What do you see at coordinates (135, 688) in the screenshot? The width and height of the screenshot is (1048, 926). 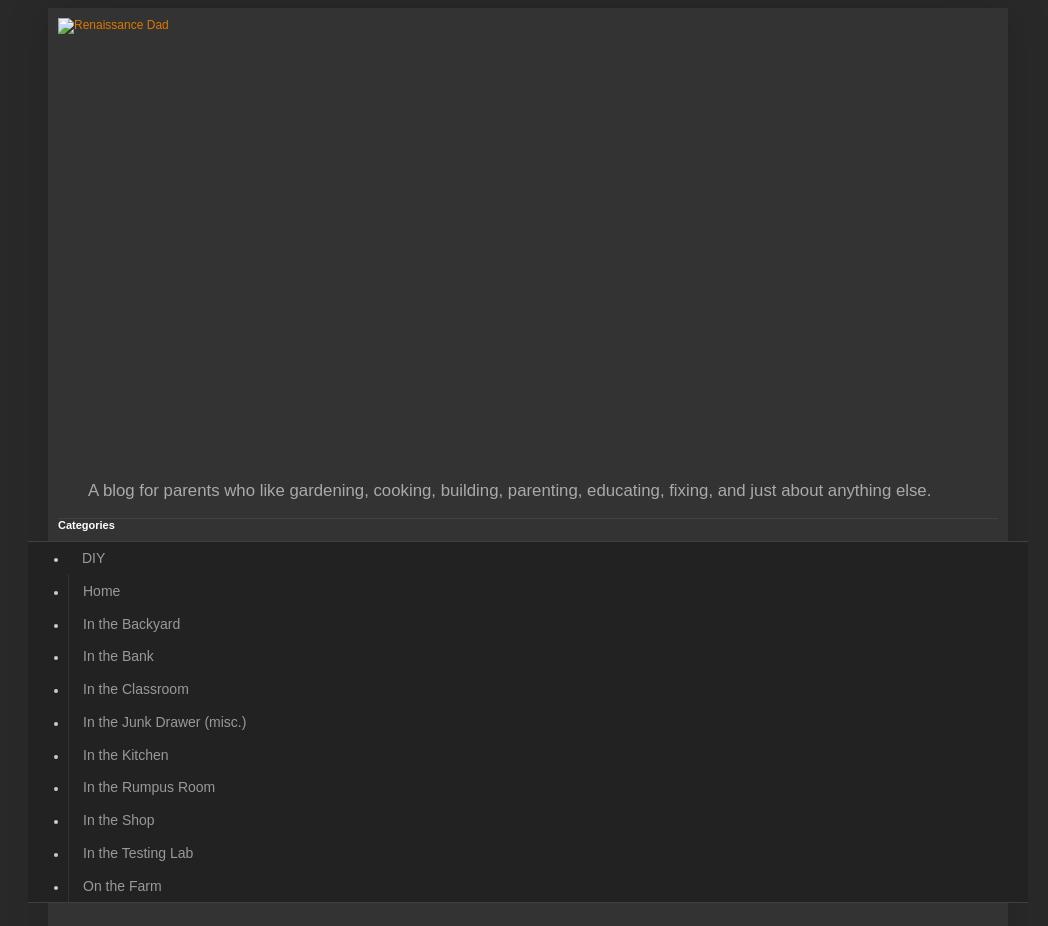 I see `'In the Classroom'` at bounding box center [135, 688].